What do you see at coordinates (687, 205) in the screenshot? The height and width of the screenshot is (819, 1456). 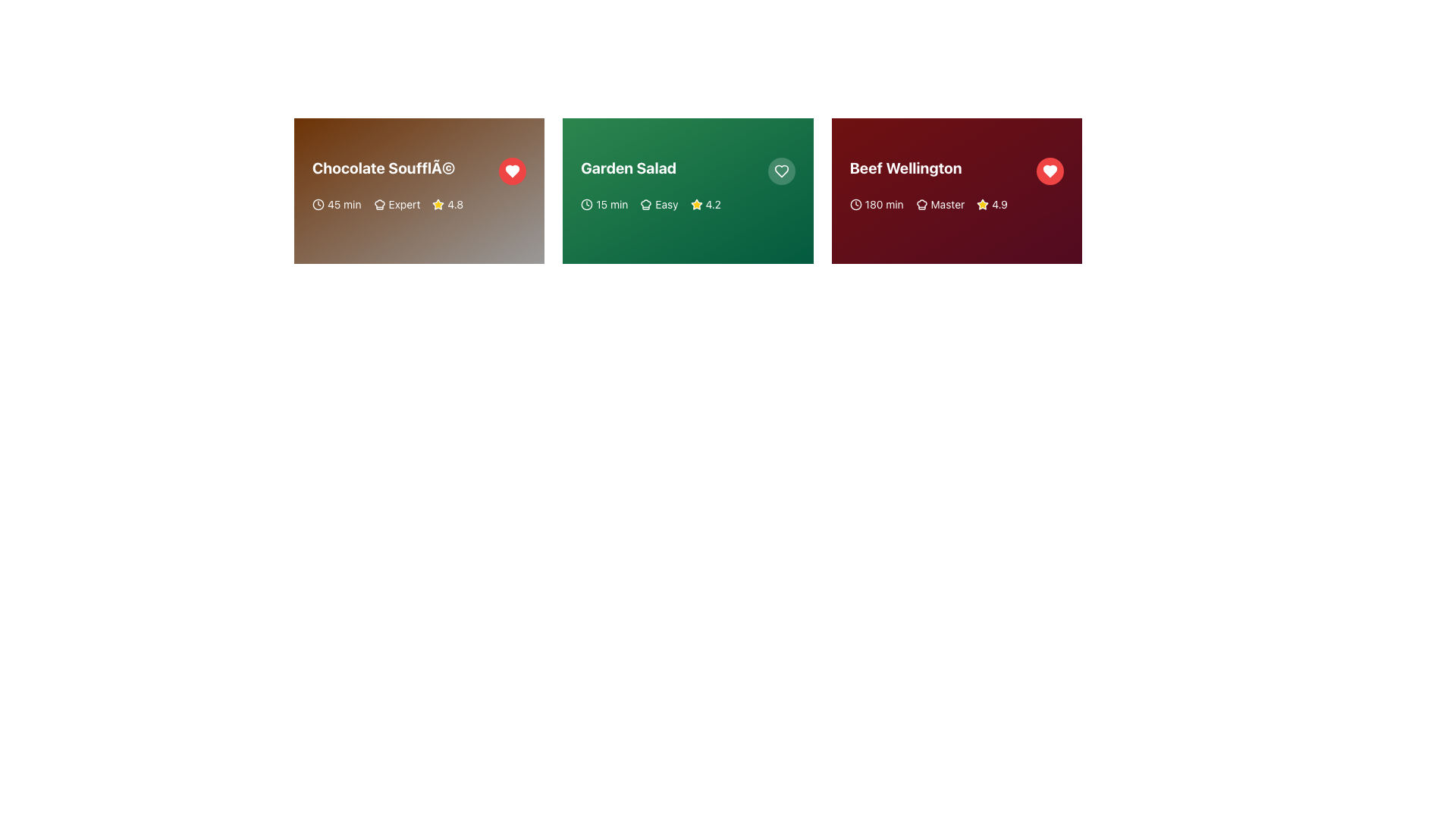 I see `informational text displaying '15 min Easy 4.2' within the green card labeled 'Garden Salad', located at the center coordinates` at bounding box center [687, 205].